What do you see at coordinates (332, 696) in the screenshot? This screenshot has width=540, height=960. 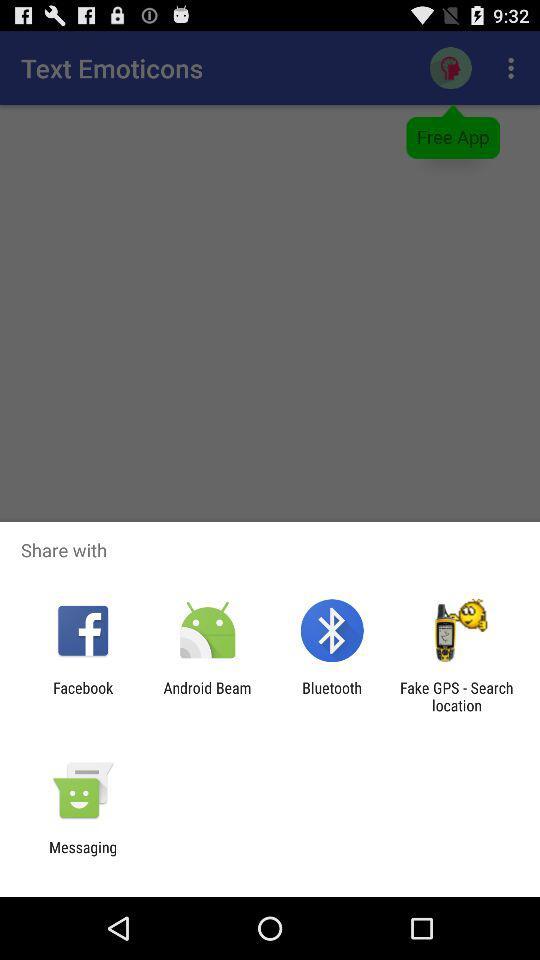 I see `icon to the right of android beam` at bounding box center [332, 696].